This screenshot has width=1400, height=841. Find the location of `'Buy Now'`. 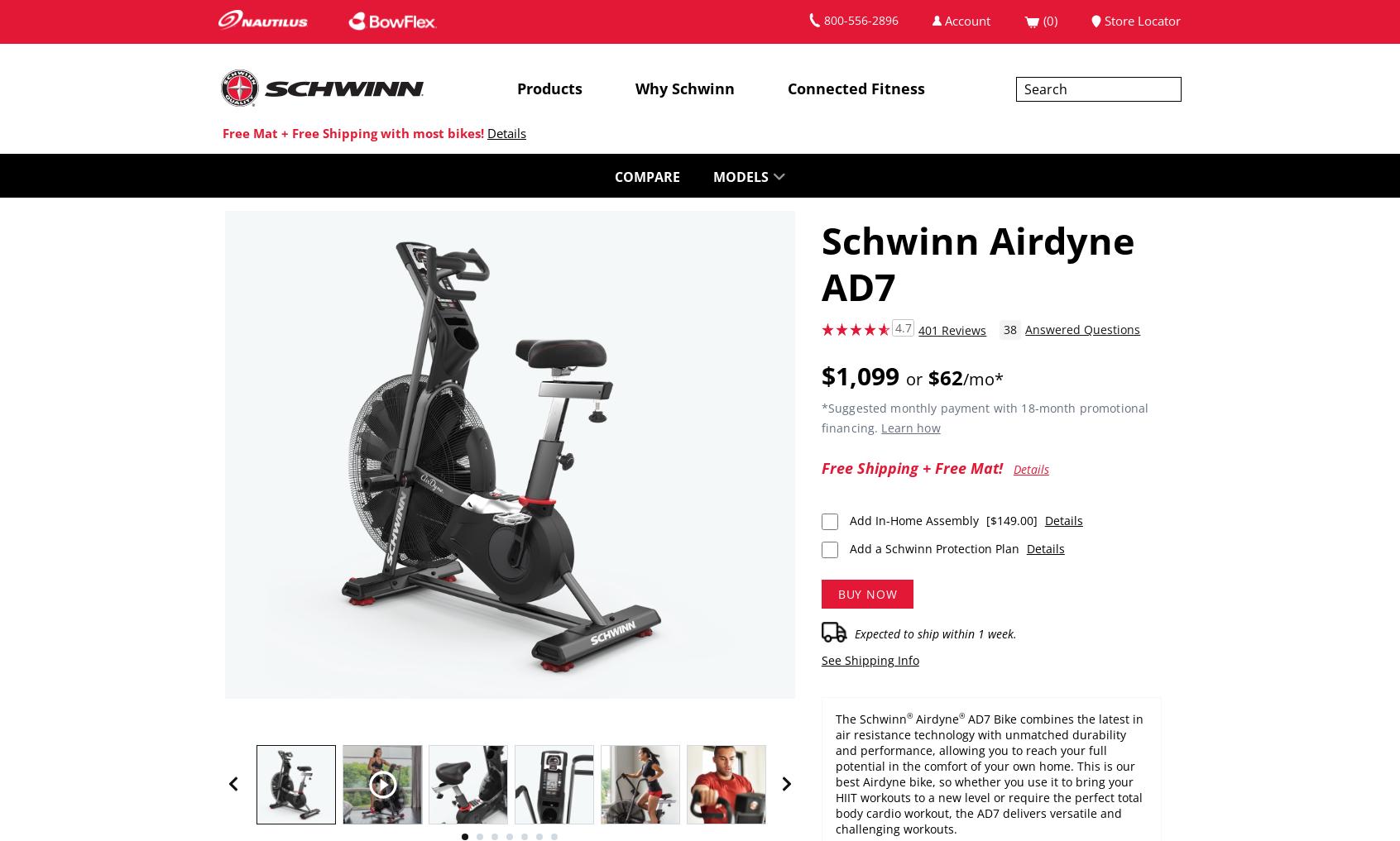

'Buy Now' is located at coordinates (866, 593).